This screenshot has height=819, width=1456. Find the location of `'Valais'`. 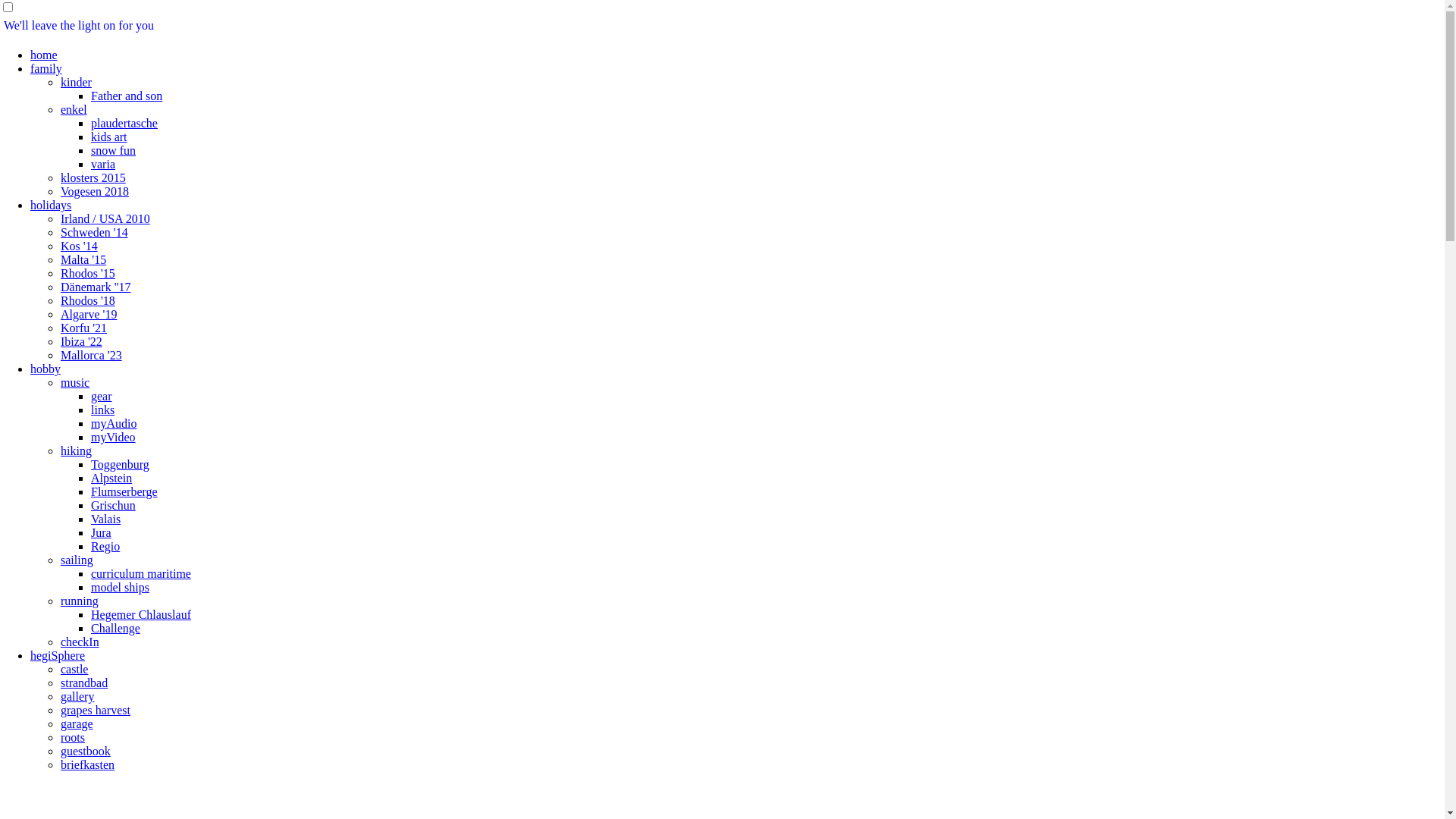

'Valais' is located at coordinates (105, 518).